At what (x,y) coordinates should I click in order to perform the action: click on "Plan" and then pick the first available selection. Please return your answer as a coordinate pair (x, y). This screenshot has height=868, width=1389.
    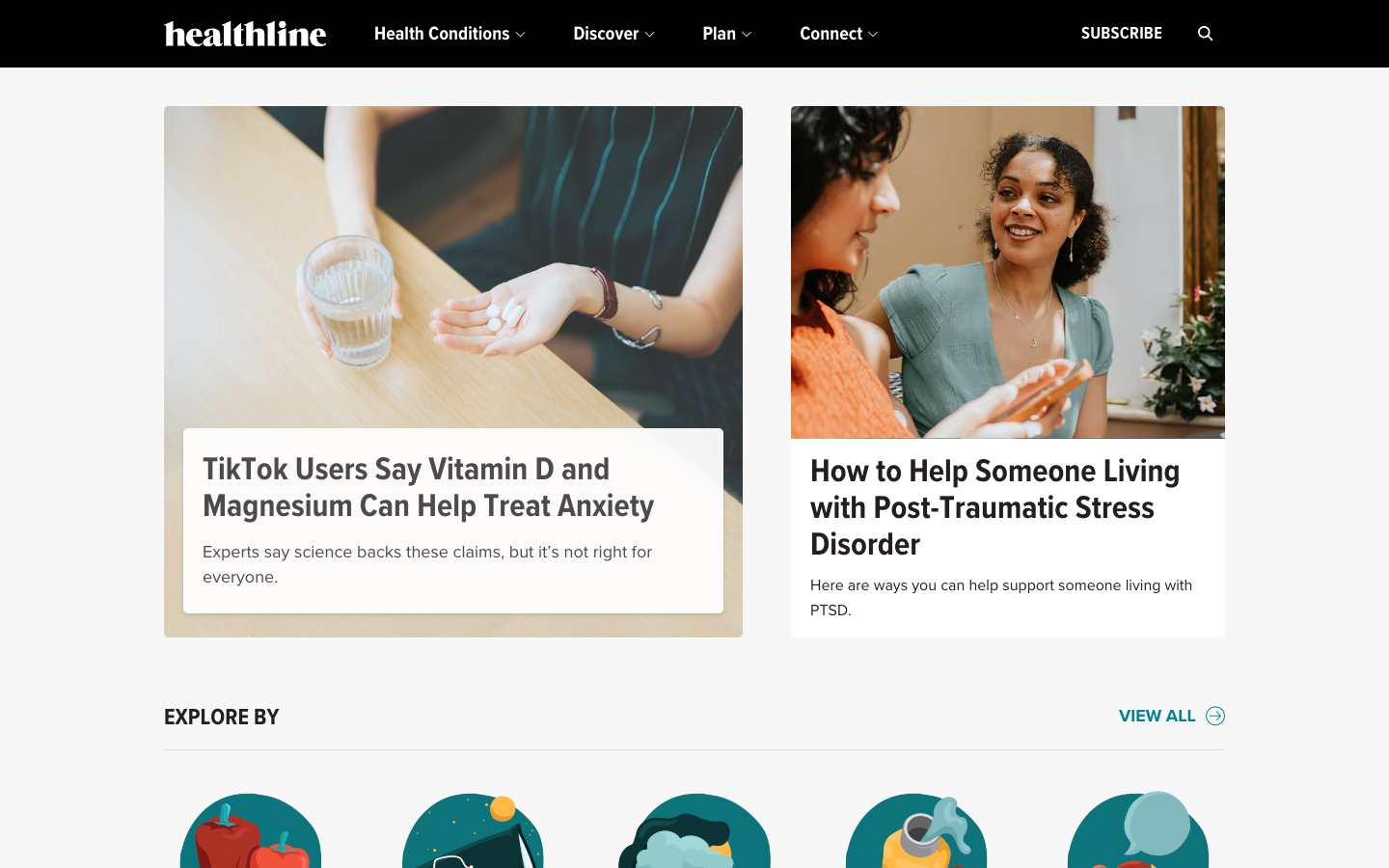
    Looking at the image, I should click on (725, 33).